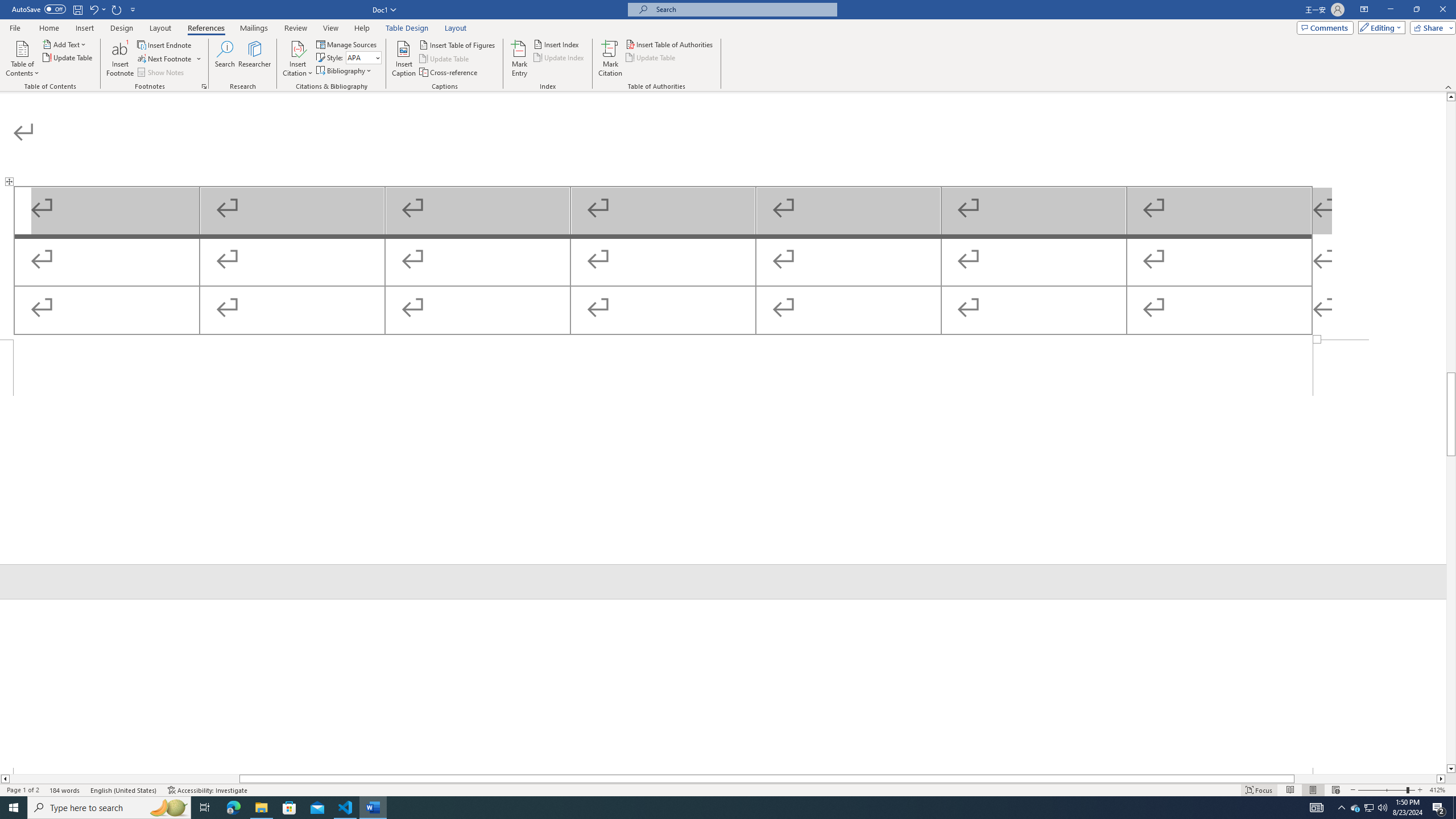 This screenshot has width=1456, height=819. What do you see at coordinates (347, 44) in the screenshot?
I see `'Manage Sources...'` at bounding box center [347, 44].